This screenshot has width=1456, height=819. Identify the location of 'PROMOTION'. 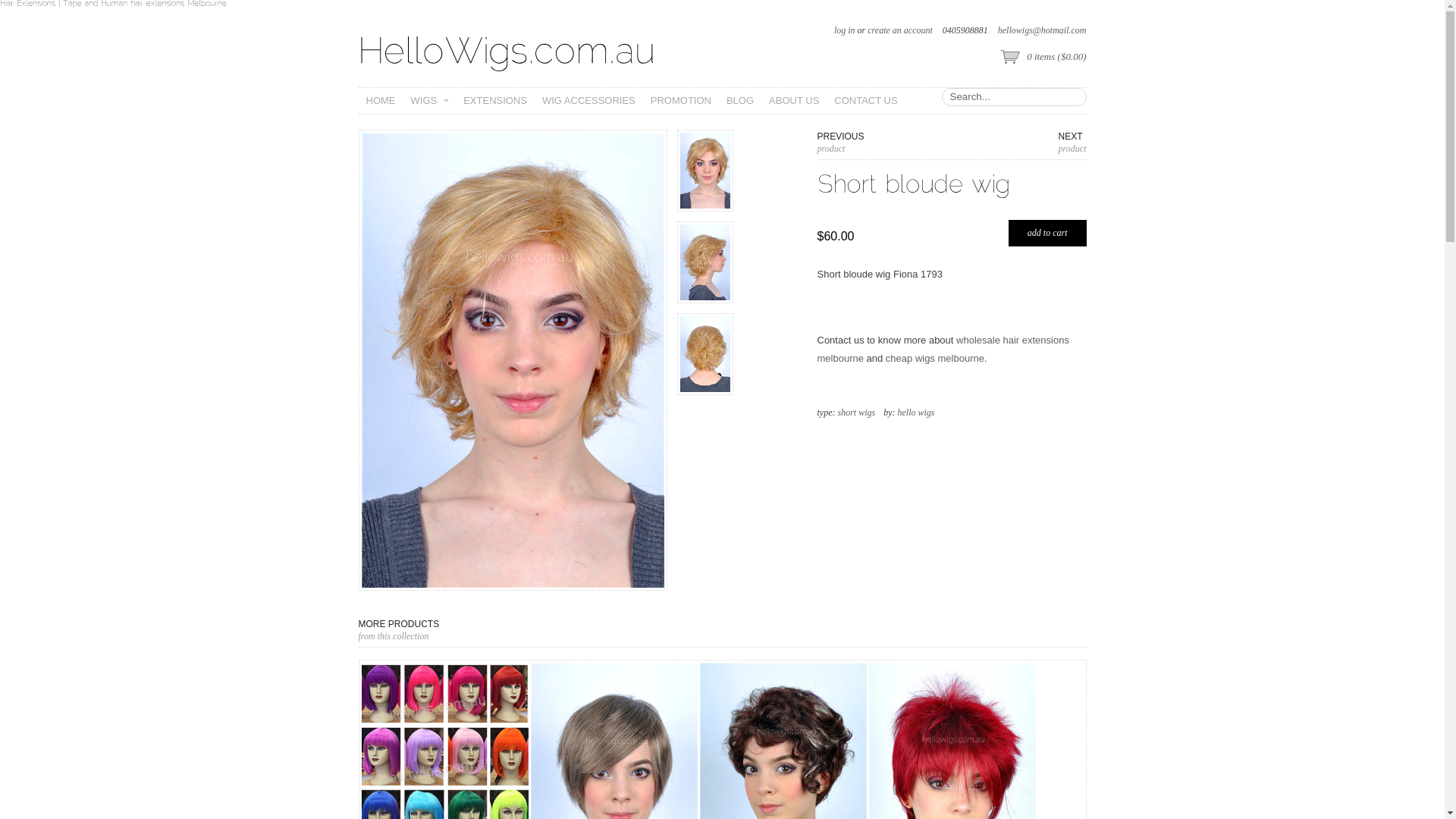
(679, 100).